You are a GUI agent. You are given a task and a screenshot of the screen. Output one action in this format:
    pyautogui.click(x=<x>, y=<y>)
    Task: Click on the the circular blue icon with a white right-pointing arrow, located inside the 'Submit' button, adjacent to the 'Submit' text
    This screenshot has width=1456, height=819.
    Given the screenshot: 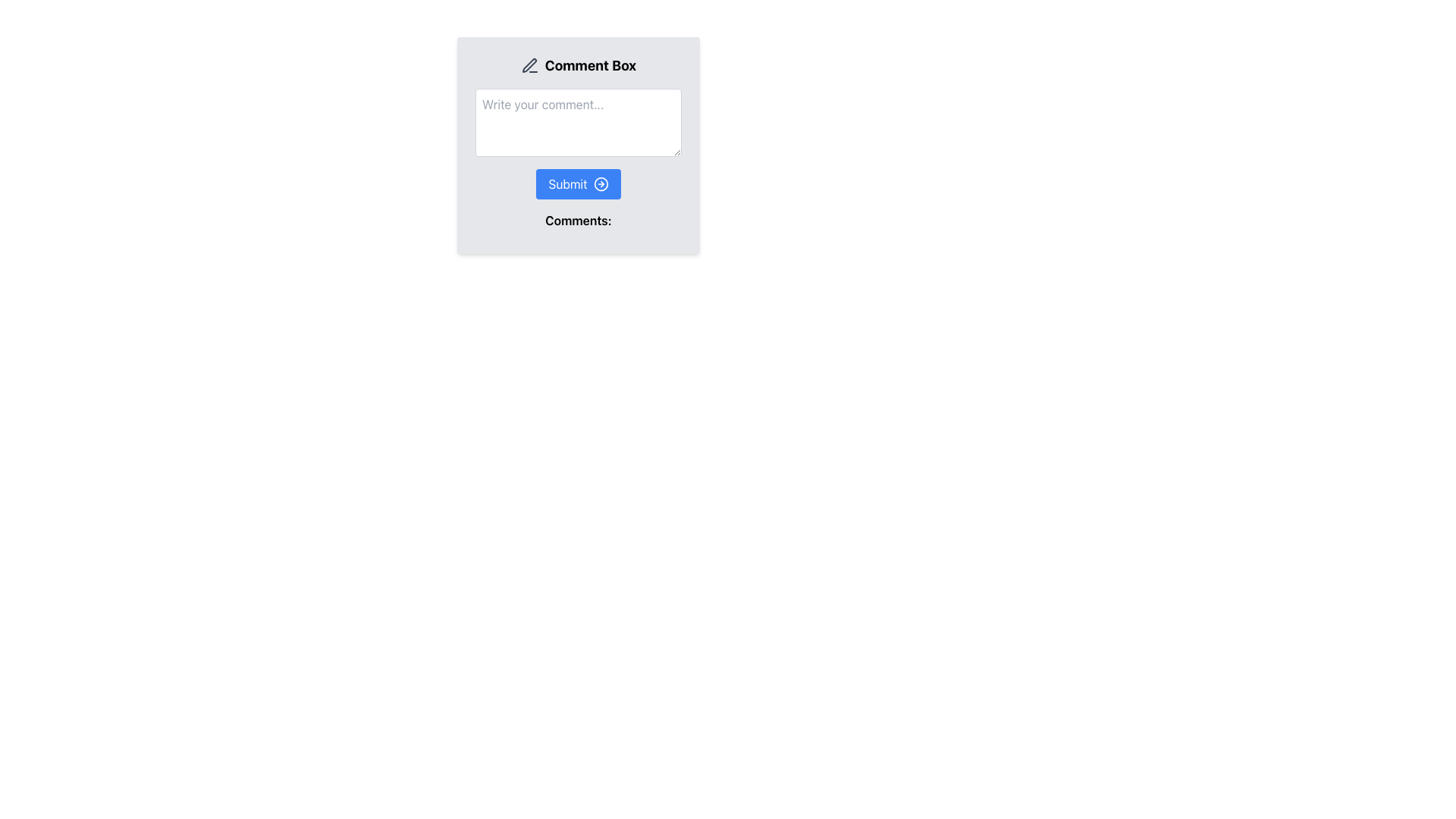 What is the action you would take?
    pyautogui.click(x=600, y=184)
    